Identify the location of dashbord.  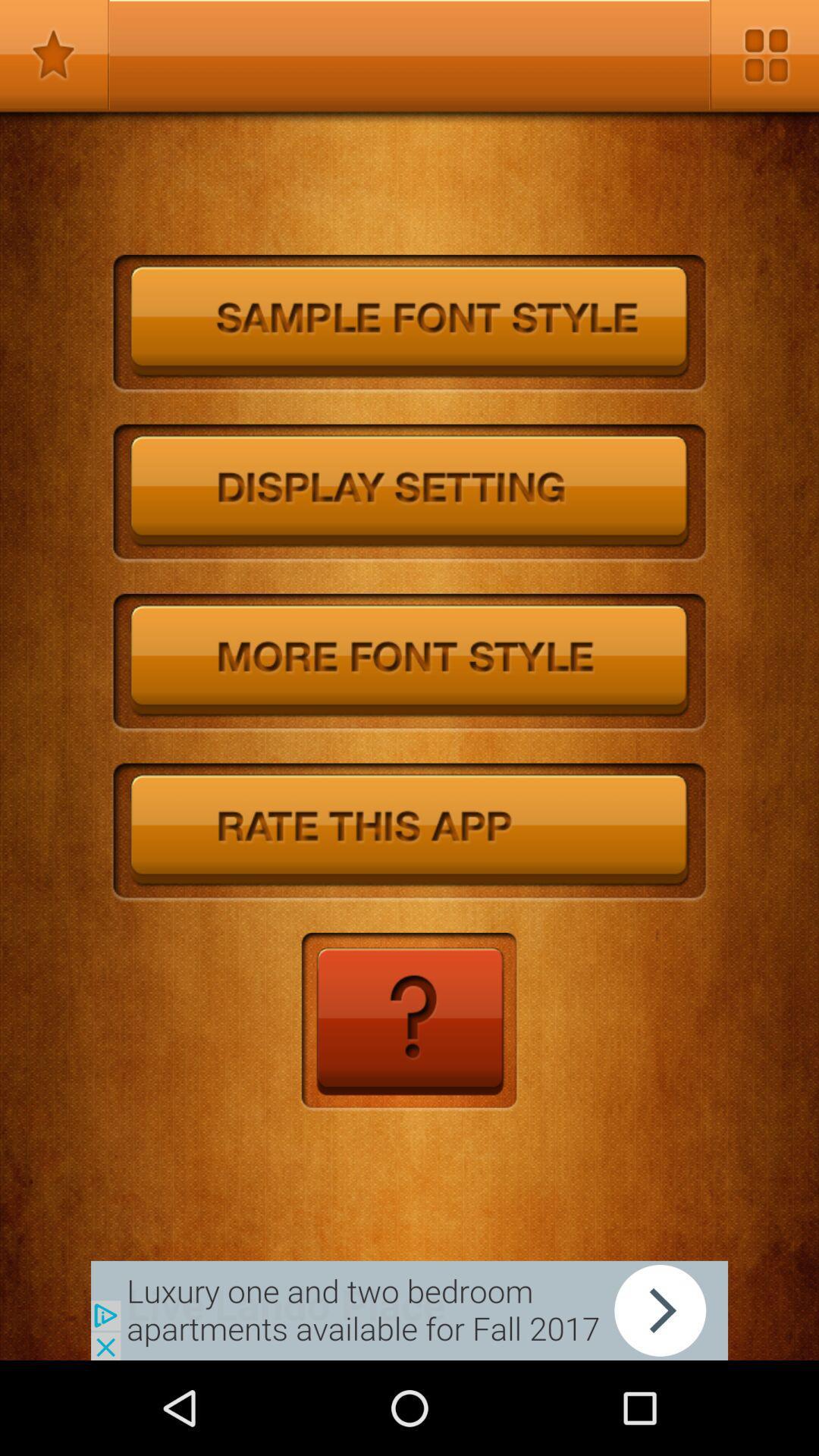
(764, 55).